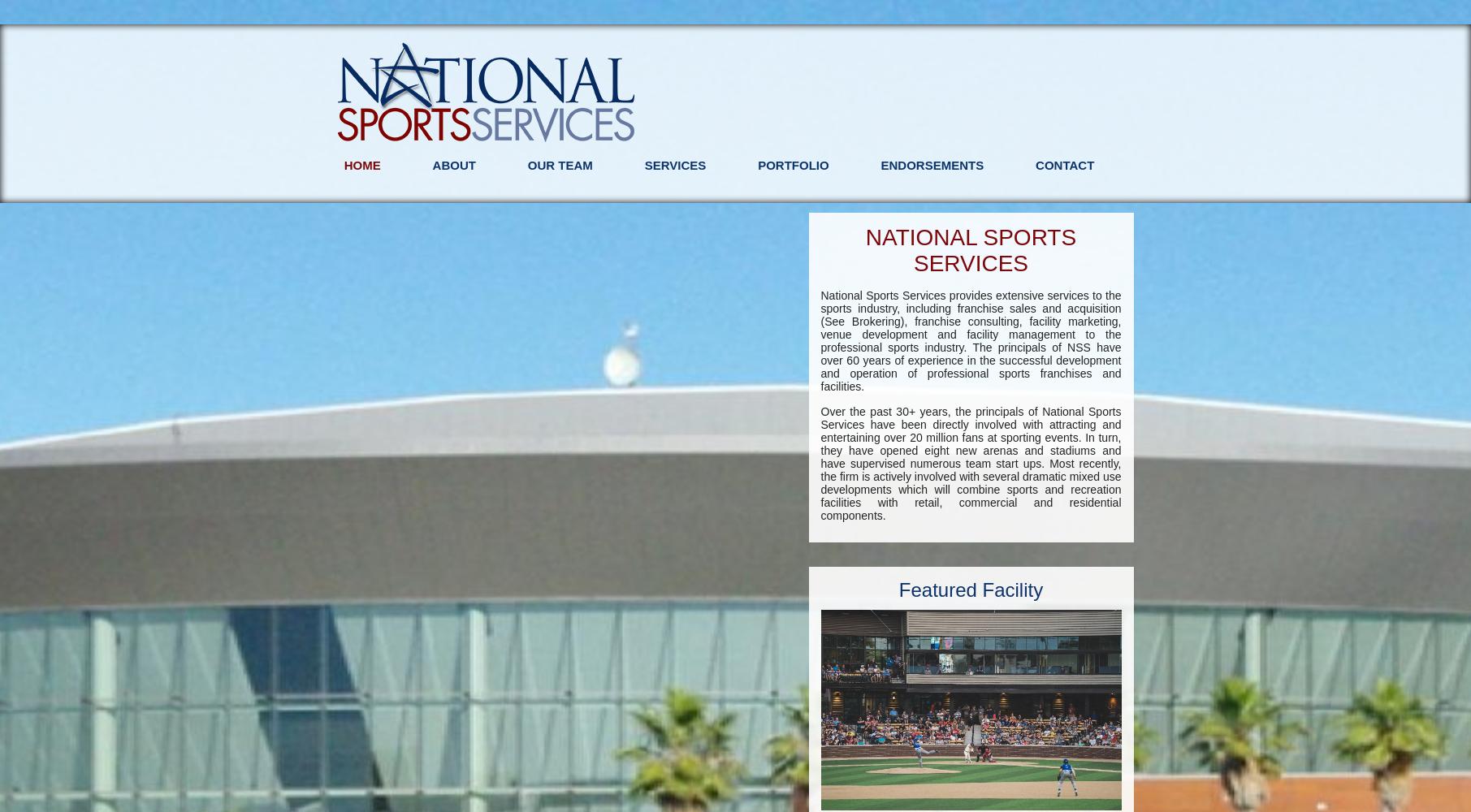 The image size is (1471, 812). I want to click on 'National Sports Services provides extensive services to the sports industry, including franchise sales and acquisition (See Brokering), franchise consulting, facility marketing, venue development and facility management to the professional sports industry. The principals of NSS have over 60 years of experience in the successful development and operation of professional sports franchises and facilities.', so click(970, 341).